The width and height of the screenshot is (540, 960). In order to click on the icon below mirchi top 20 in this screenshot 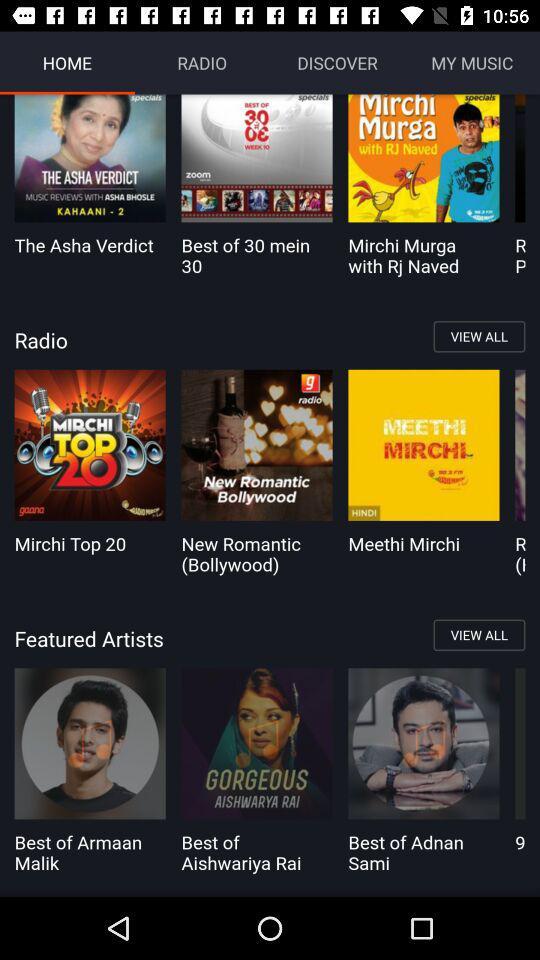, I will do `click(270, 637)`.